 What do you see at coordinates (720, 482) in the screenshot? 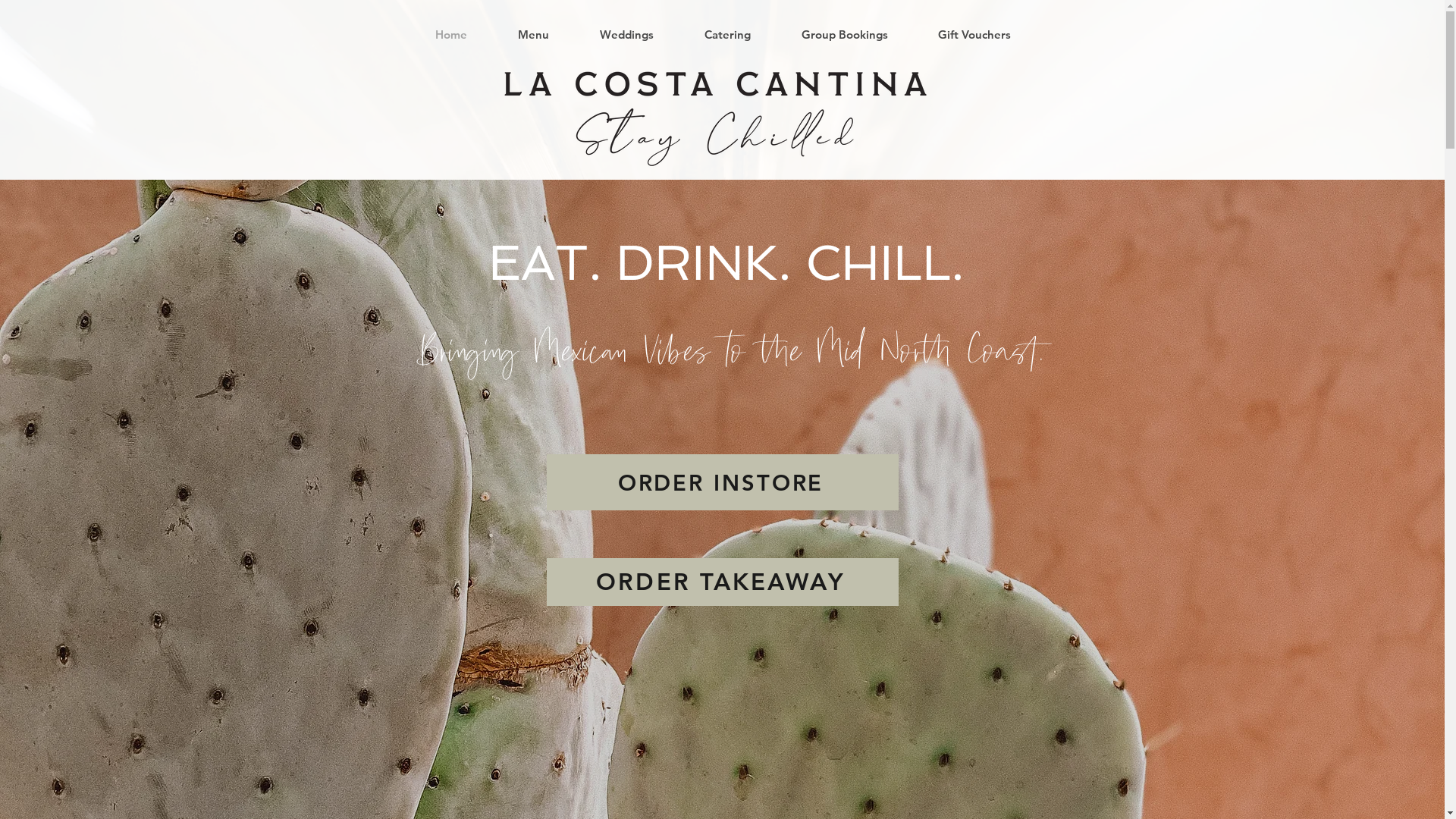
I see `'ORDER INSTORE'` at bounding box center [720, 482].